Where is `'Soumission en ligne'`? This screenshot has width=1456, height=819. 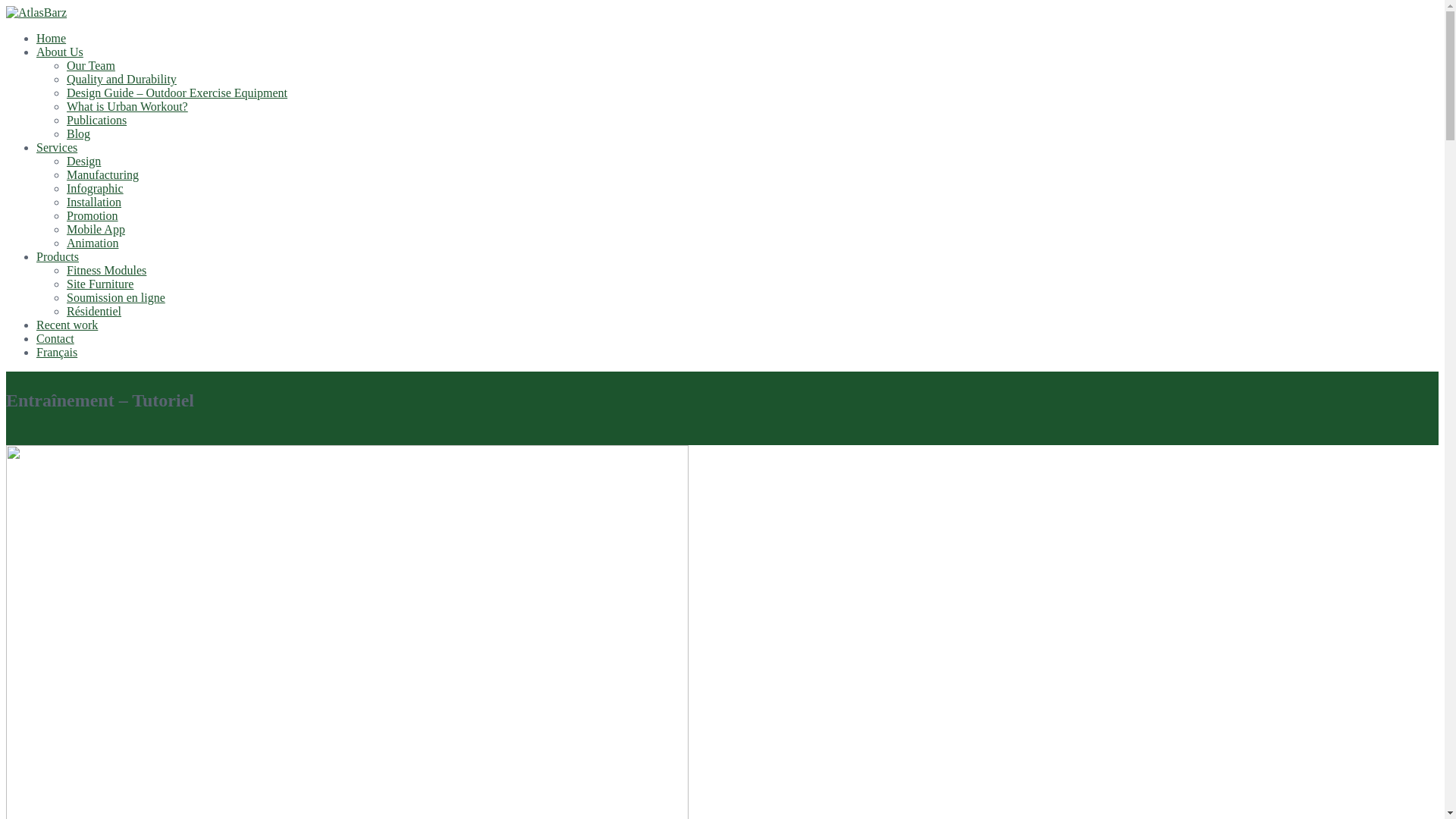
'Soumission en ligne' is located at coordinates (65, 297).